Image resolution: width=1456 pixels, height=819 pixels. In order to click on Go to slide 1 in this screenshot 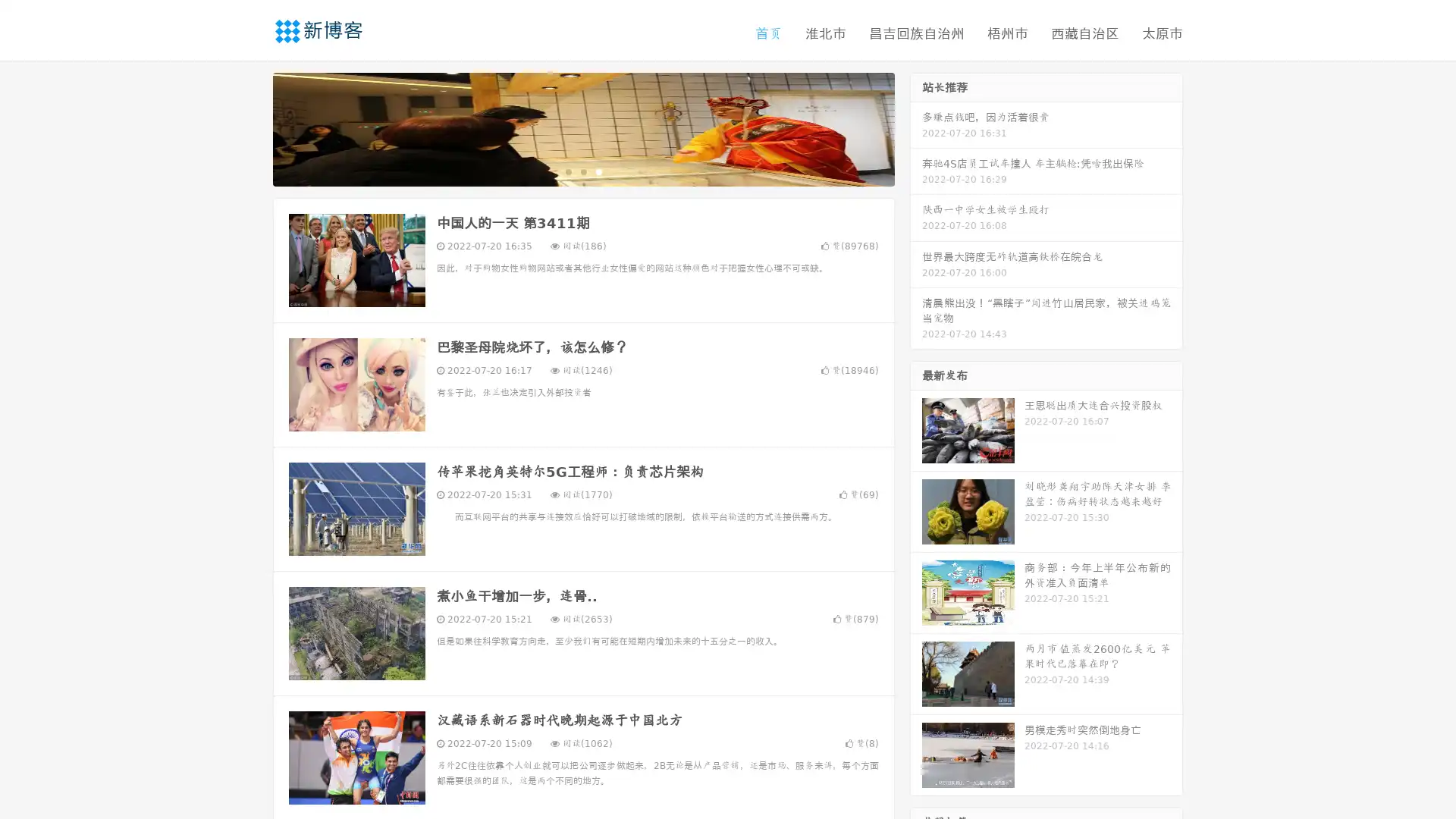, I will do `click(567, 171)`.